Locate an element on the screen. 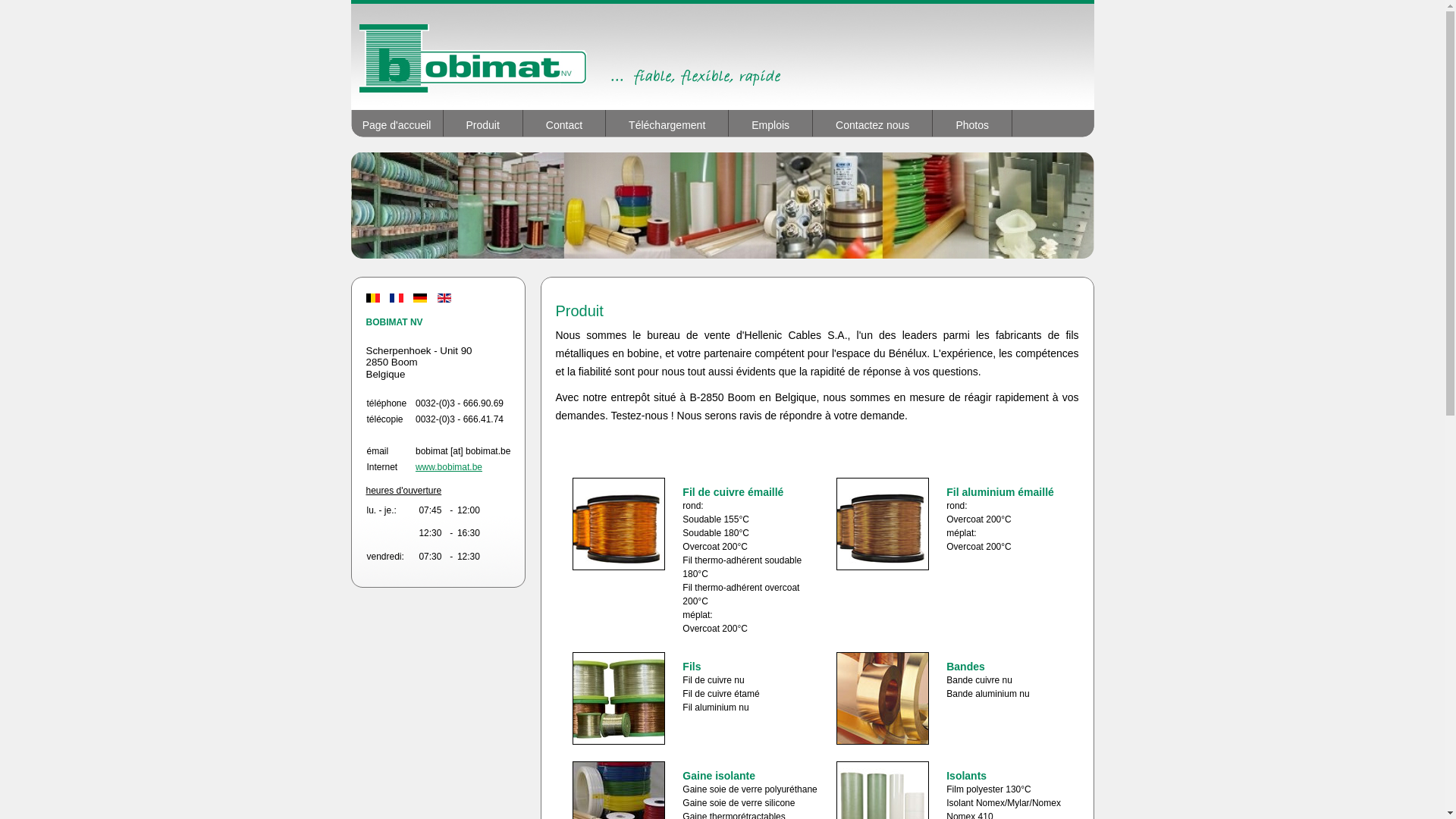 This screenshot has width=1456, height=819. 'Page d'accueil' is located at coordinates (397, 122).